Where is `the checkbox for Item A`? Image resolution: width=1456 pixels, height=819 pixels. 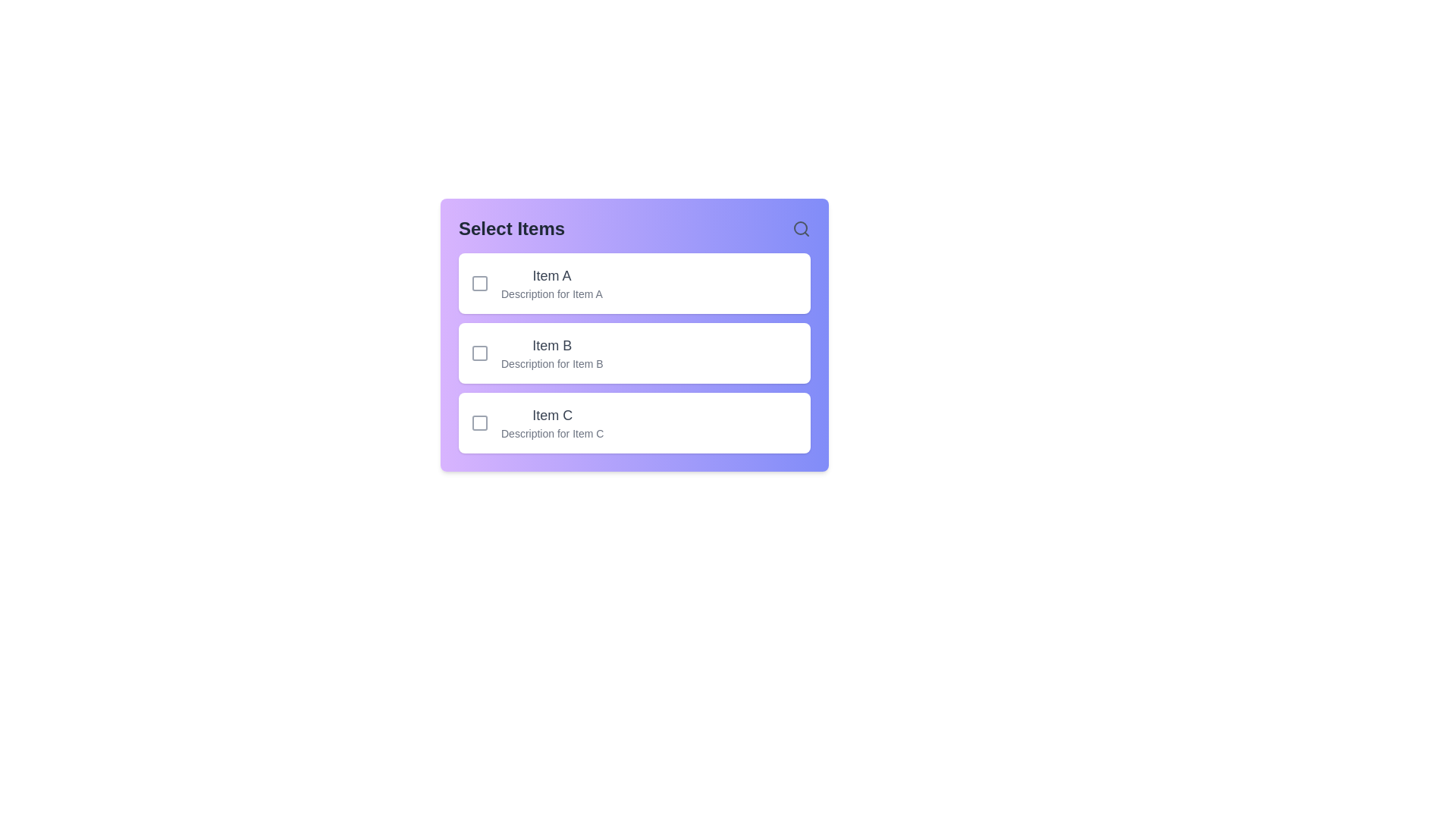
the checkbox for Item A is located at coordinates (479, 284).